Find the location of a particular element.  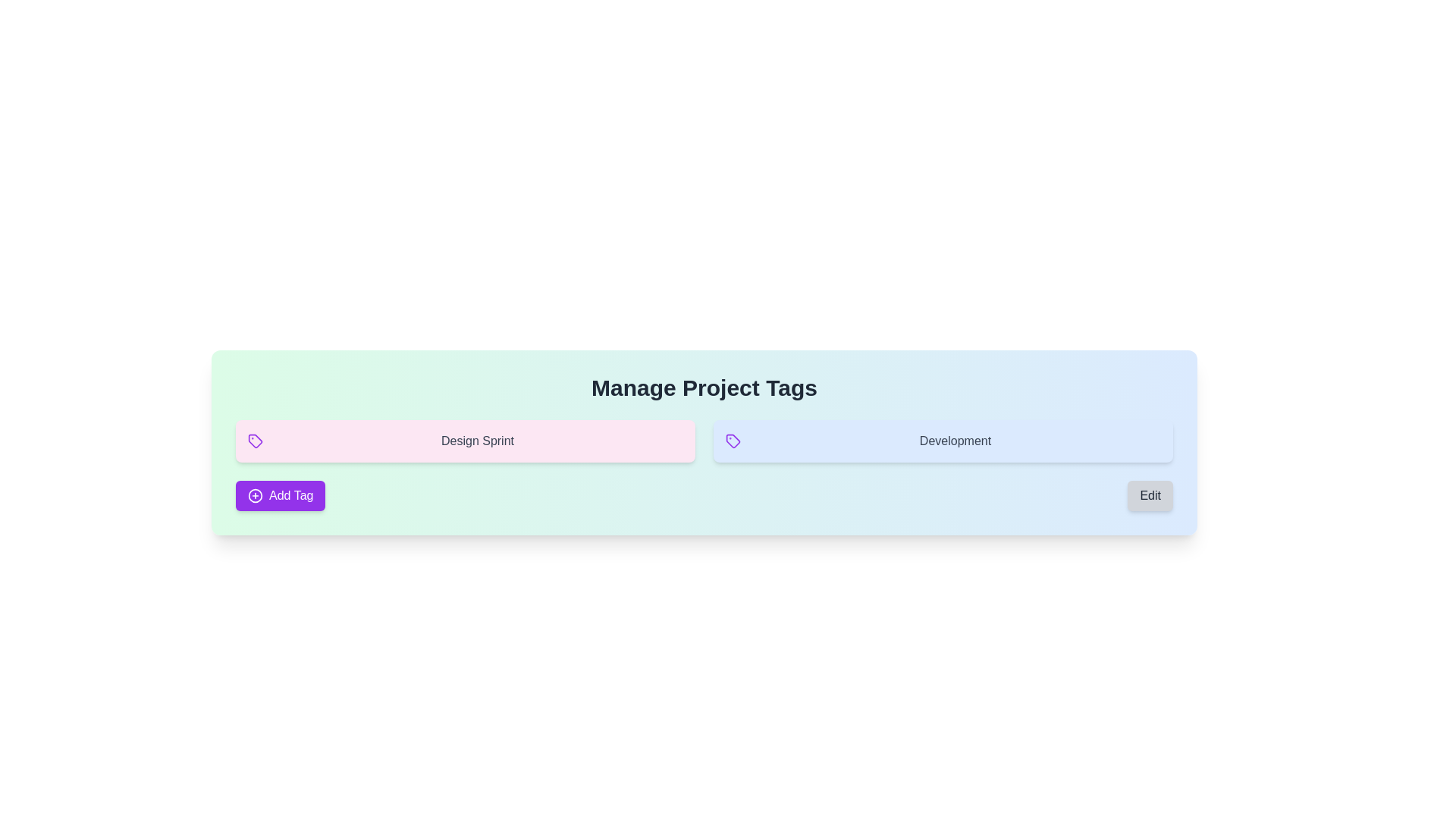

the clickable panel labeled 'Design Sprint' with a soft pink background and a purple tag icon is located at coordinates (465, 441).